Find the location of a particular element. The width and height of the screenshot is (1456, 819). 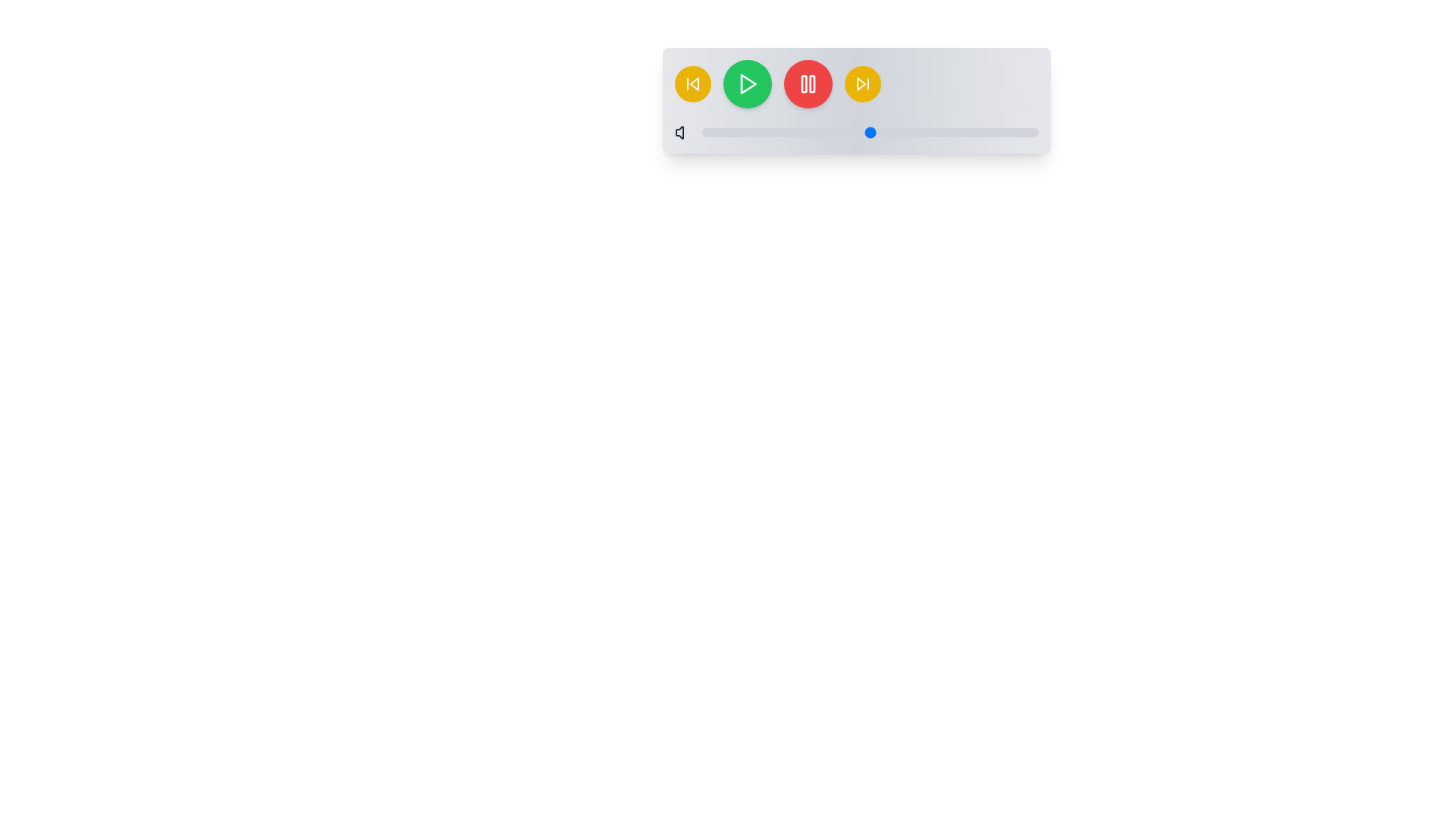

the backward-skip button, which is a white icon with a left-pointing arrow inside a circular yellow button is located at coordinates (692, 84).